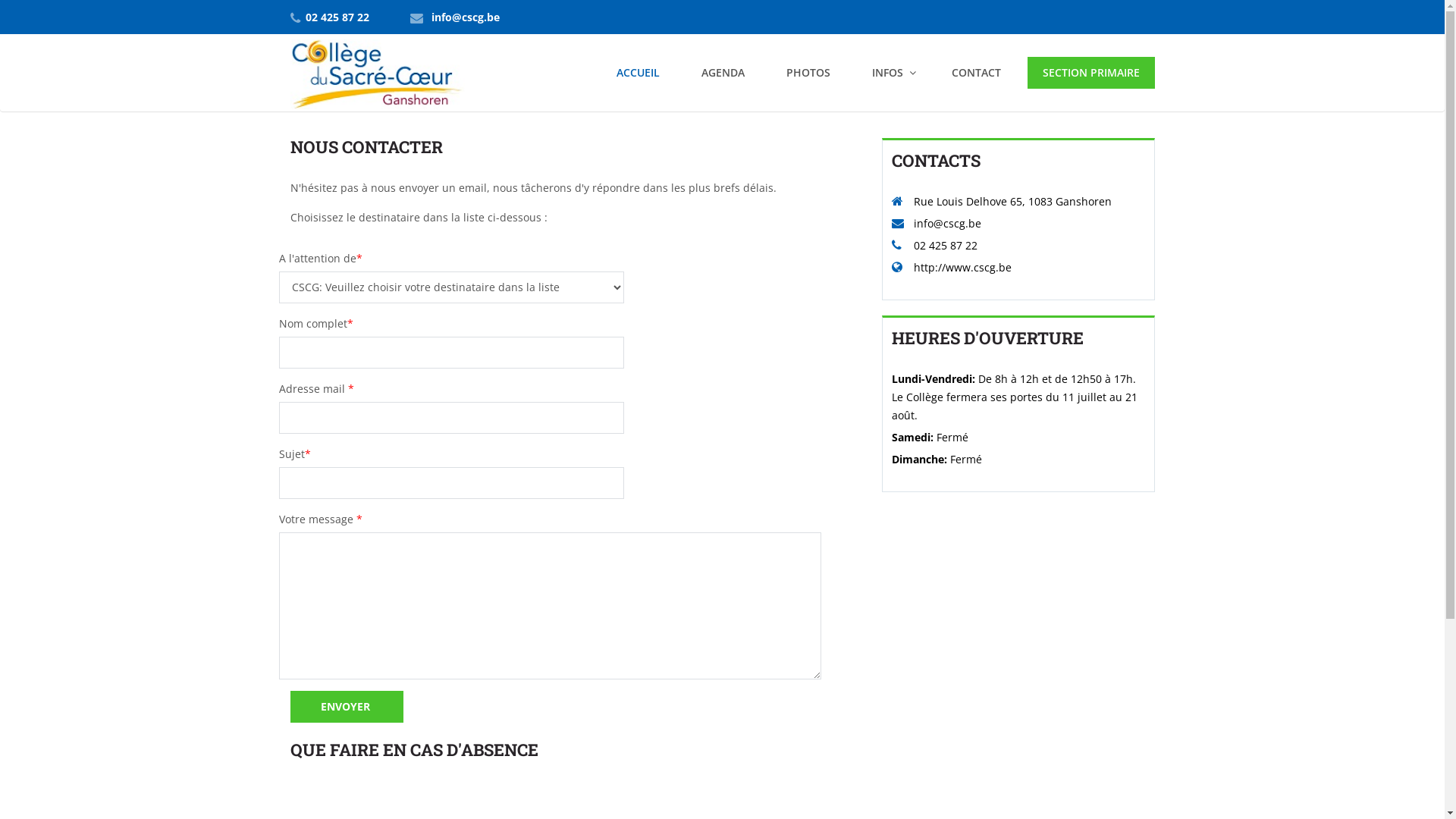 The height and width of the screenshot is (819, 1456). I want to click on 'http://www.cscg.be', so click(961, 266).